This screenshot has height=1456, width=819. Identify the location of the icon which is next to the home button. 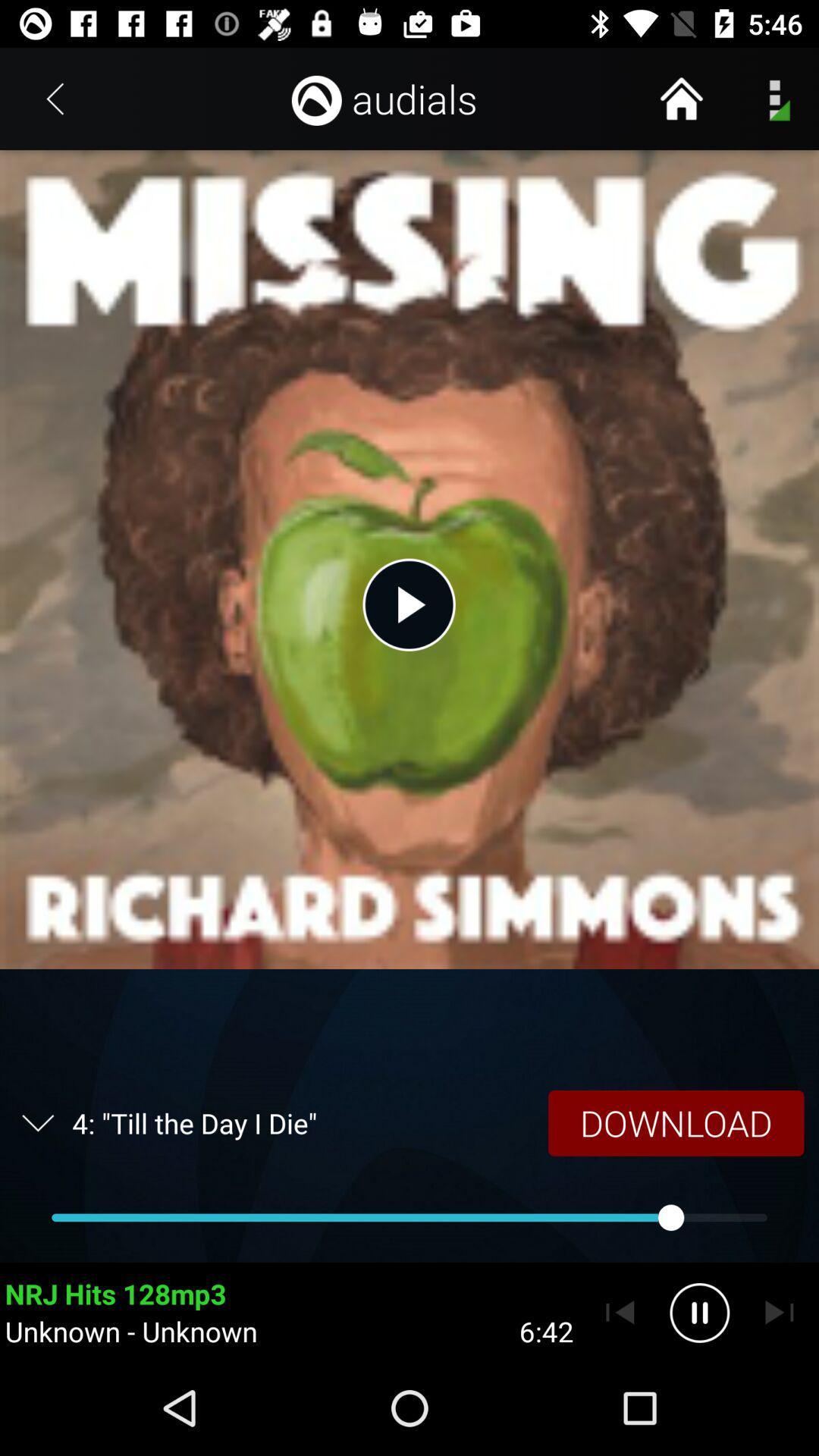
(773, 98).